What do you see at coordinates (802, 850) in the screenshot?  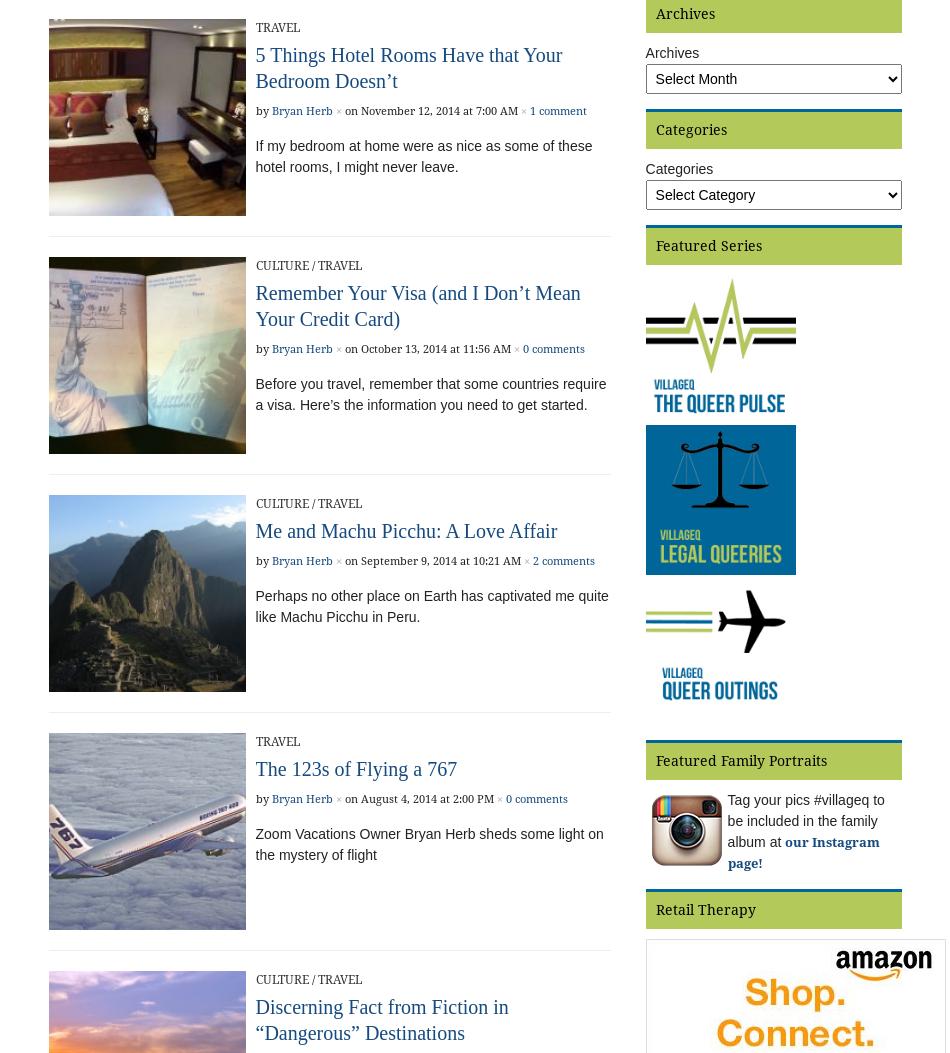 I see `'our Instagram page!'` at bounding box center [802, 850].